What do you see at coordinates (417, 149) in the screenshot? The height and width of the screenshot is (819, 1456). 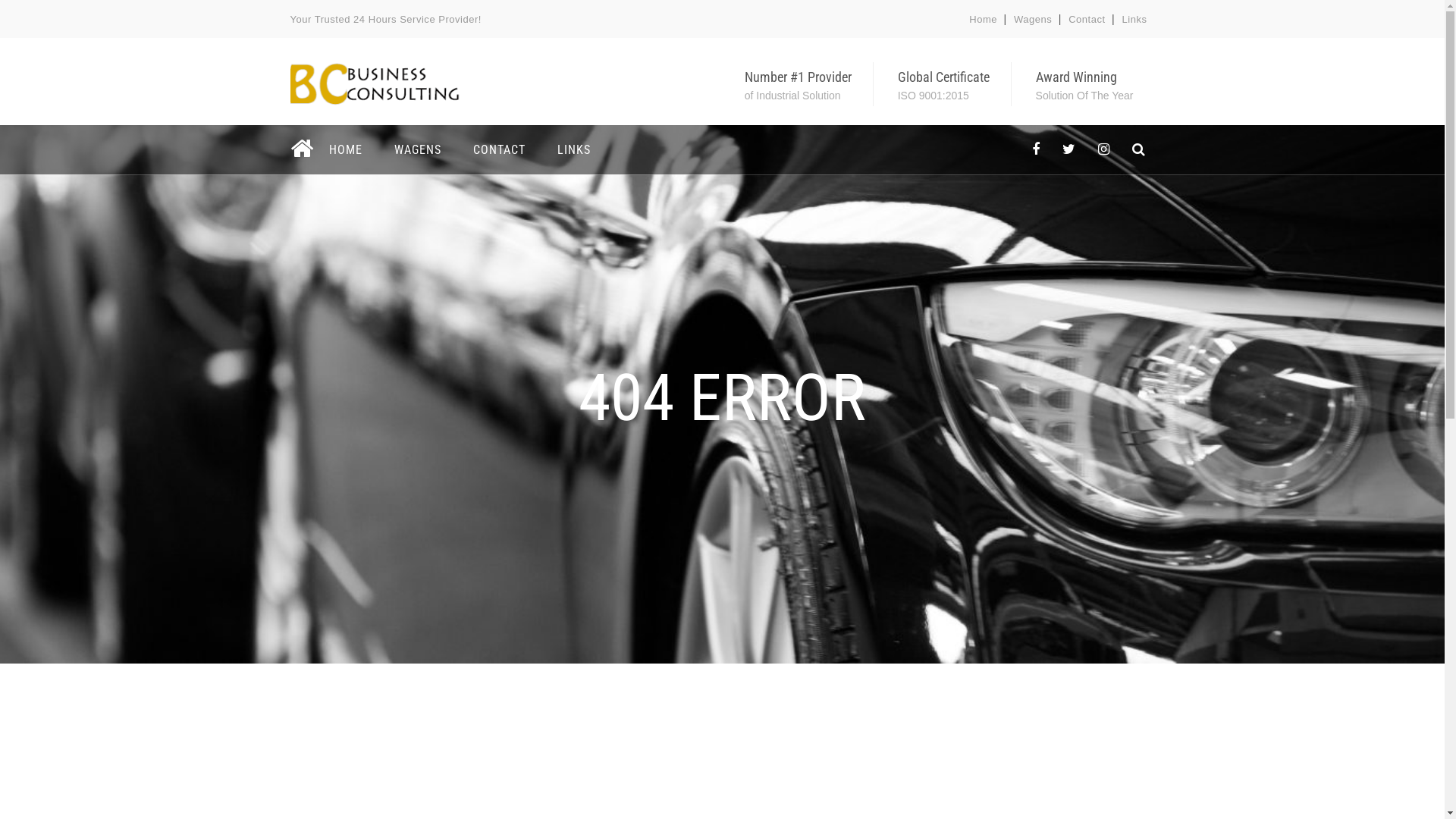 I see `'WAGENS'` at bounding box center [417, 149].